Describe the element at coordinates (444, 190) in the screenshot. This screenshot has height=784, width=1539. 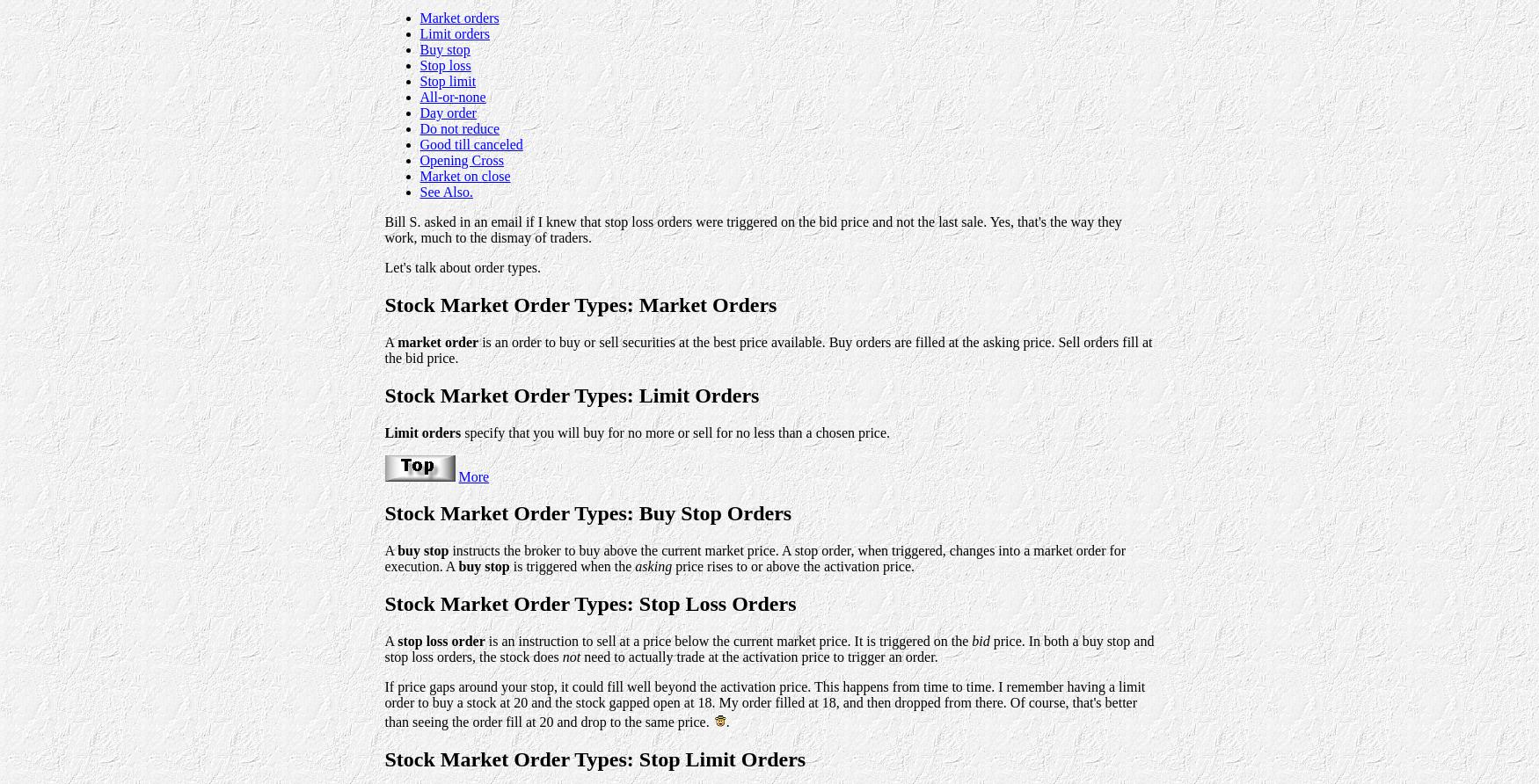
I see `'See Also.'` at that location.